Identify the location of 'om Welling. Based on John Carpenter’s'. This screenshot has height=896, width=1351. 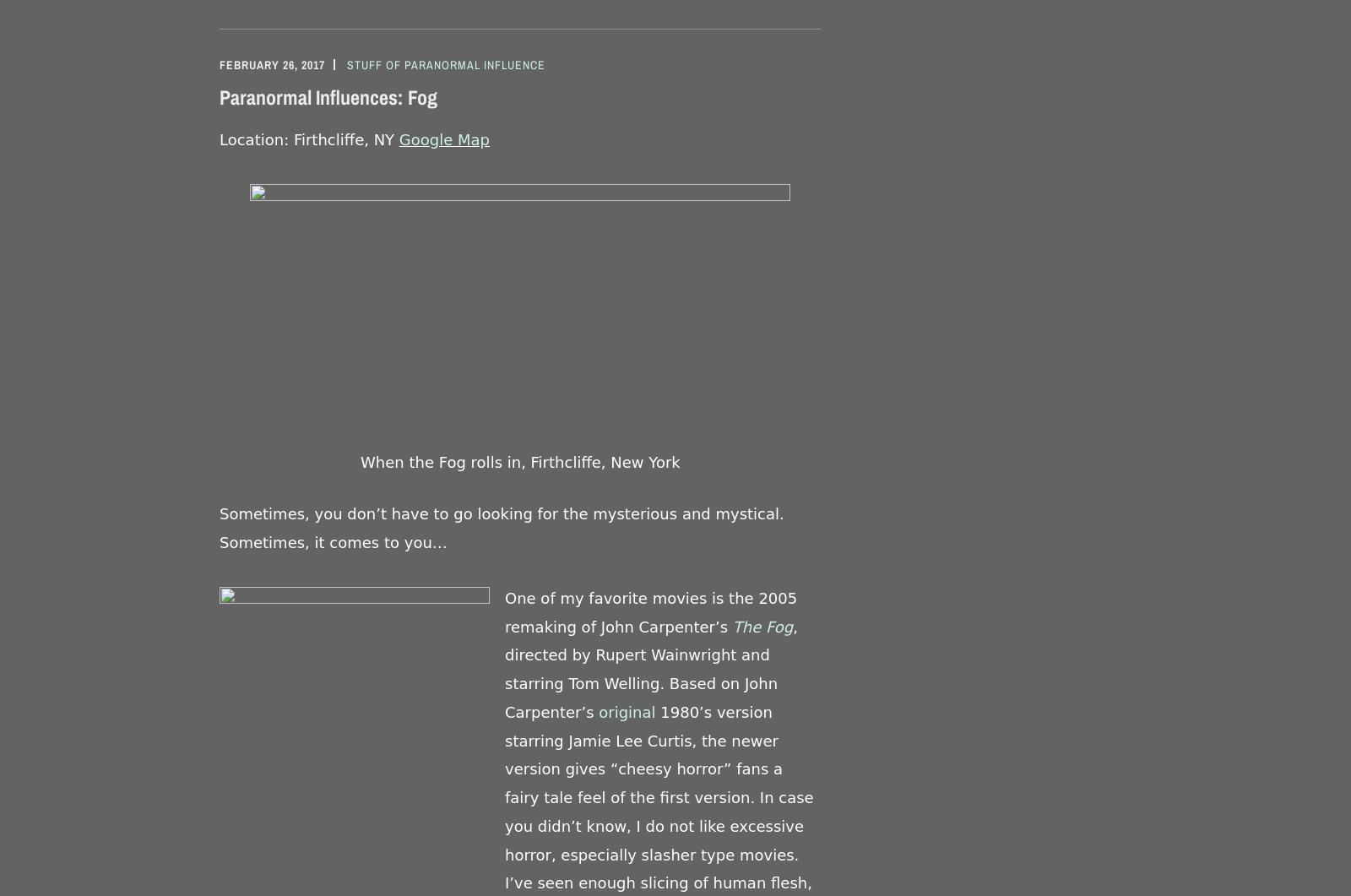
(641, 697).